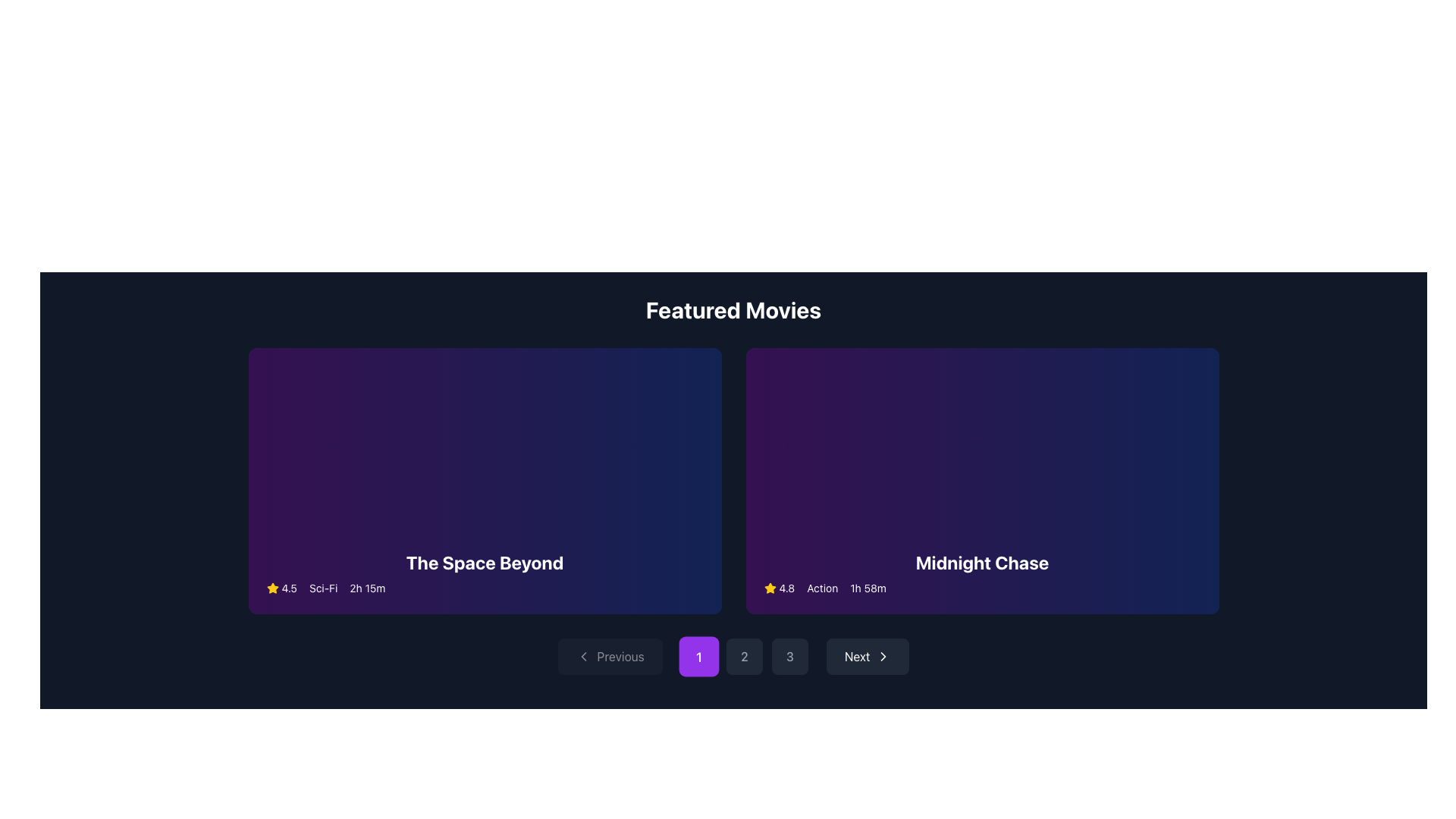  I want to click on the 'Next' button with rounded corners and a dark gray background that displays the text 'Next' in white, located at the bottom right corner of the UI, so click(868, 656).